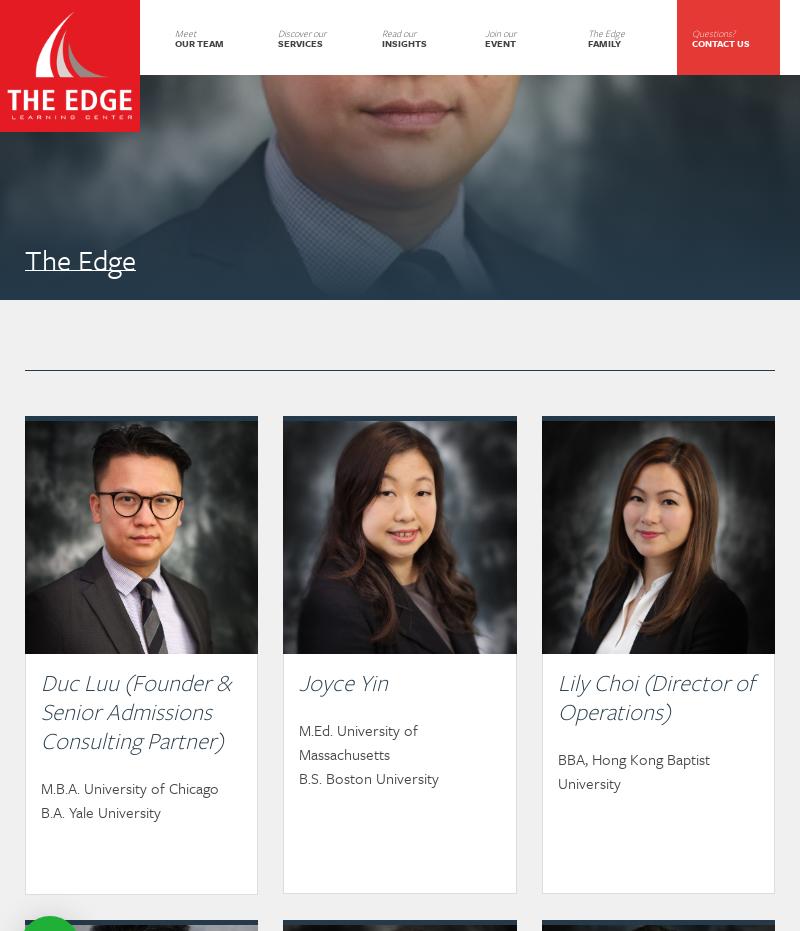 This screenshot has height=931, width=800. I want to click on 'Contact Us', so click(691, 40).